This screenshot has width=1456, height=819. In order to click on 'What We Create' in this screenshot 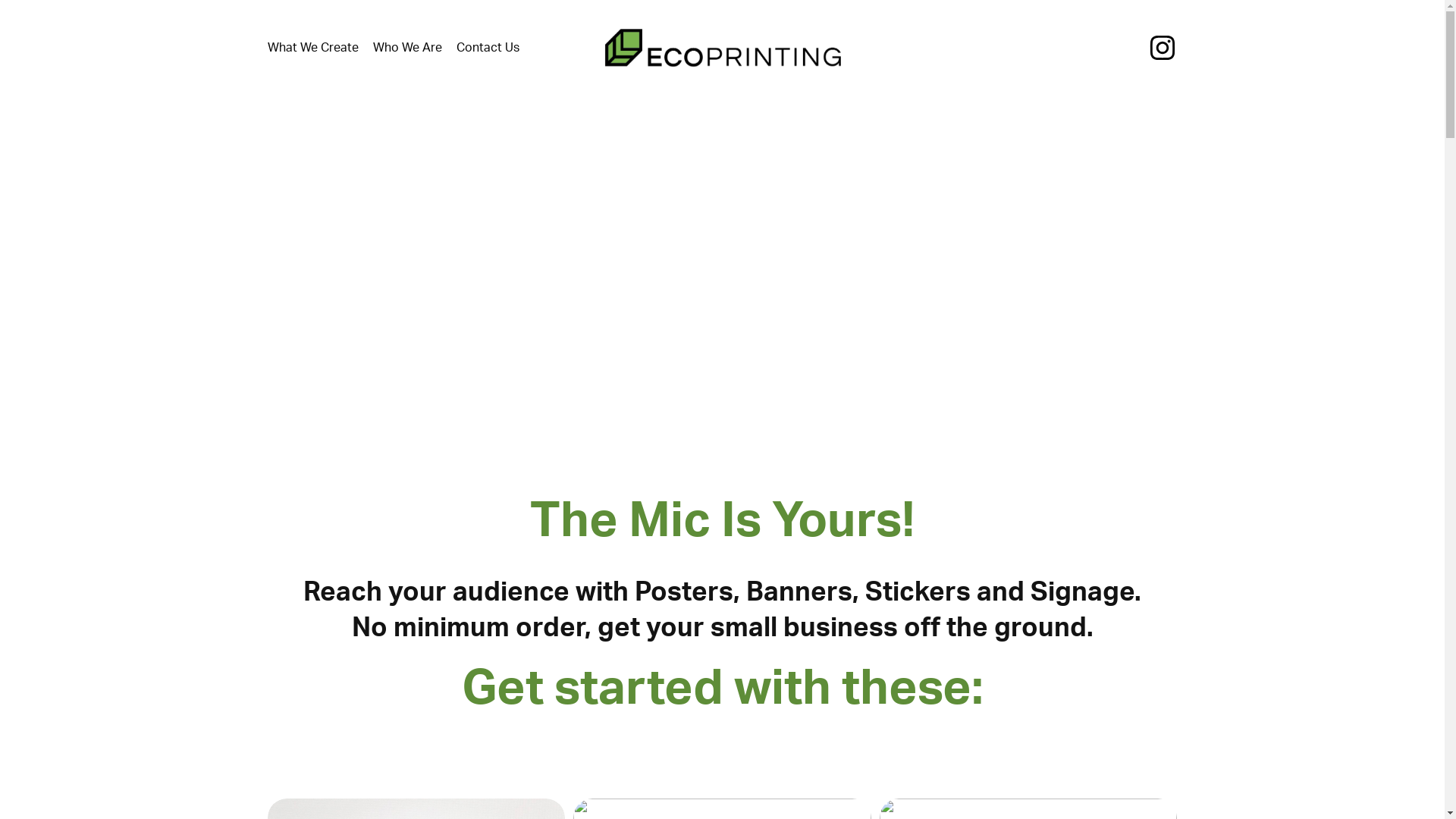, I will do `click(266, 46)`.